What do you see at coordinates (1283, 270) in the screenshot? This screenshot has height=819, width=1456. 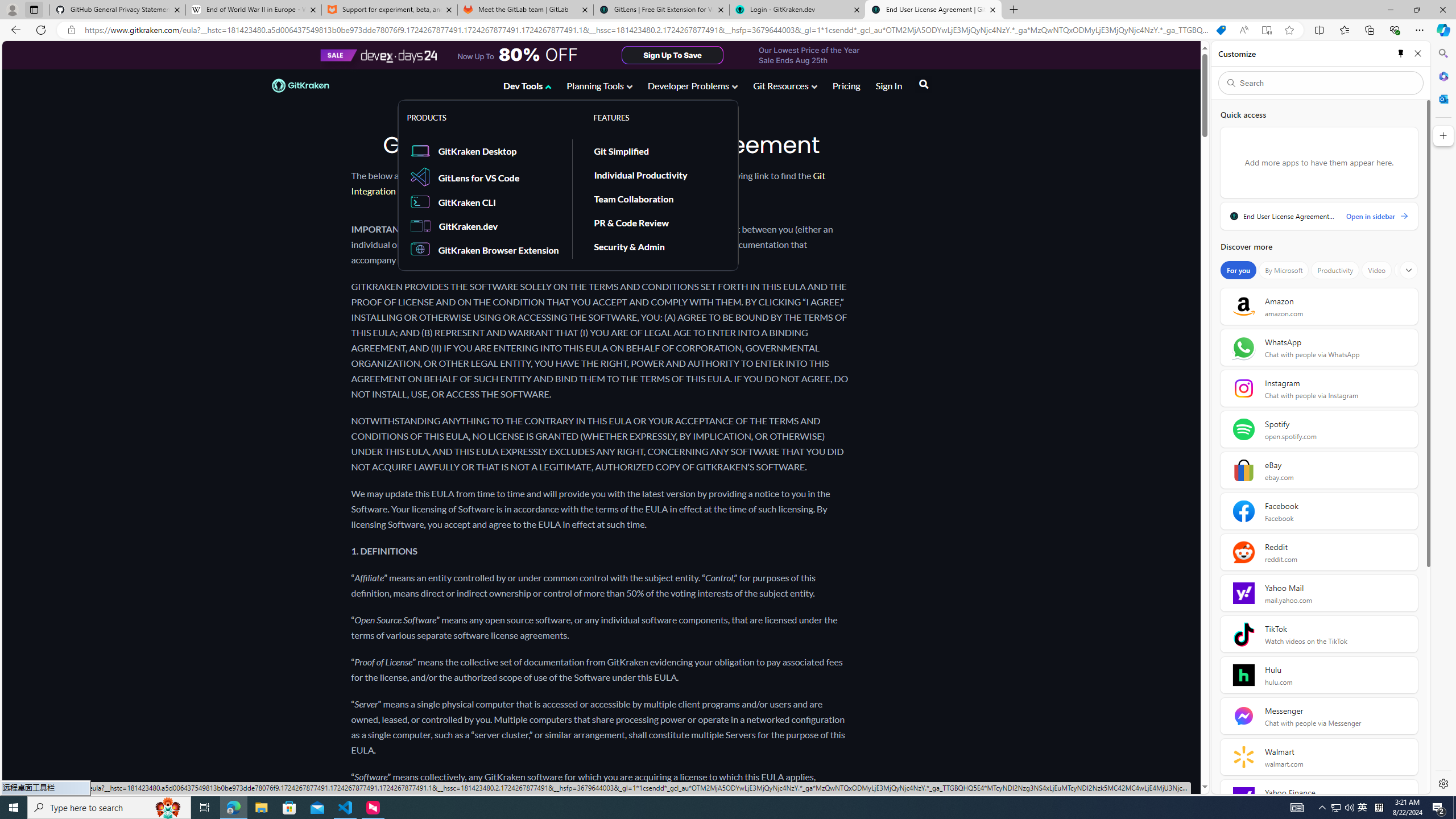 I see `'By Microsoft'` at bounding box center [1283, 270].